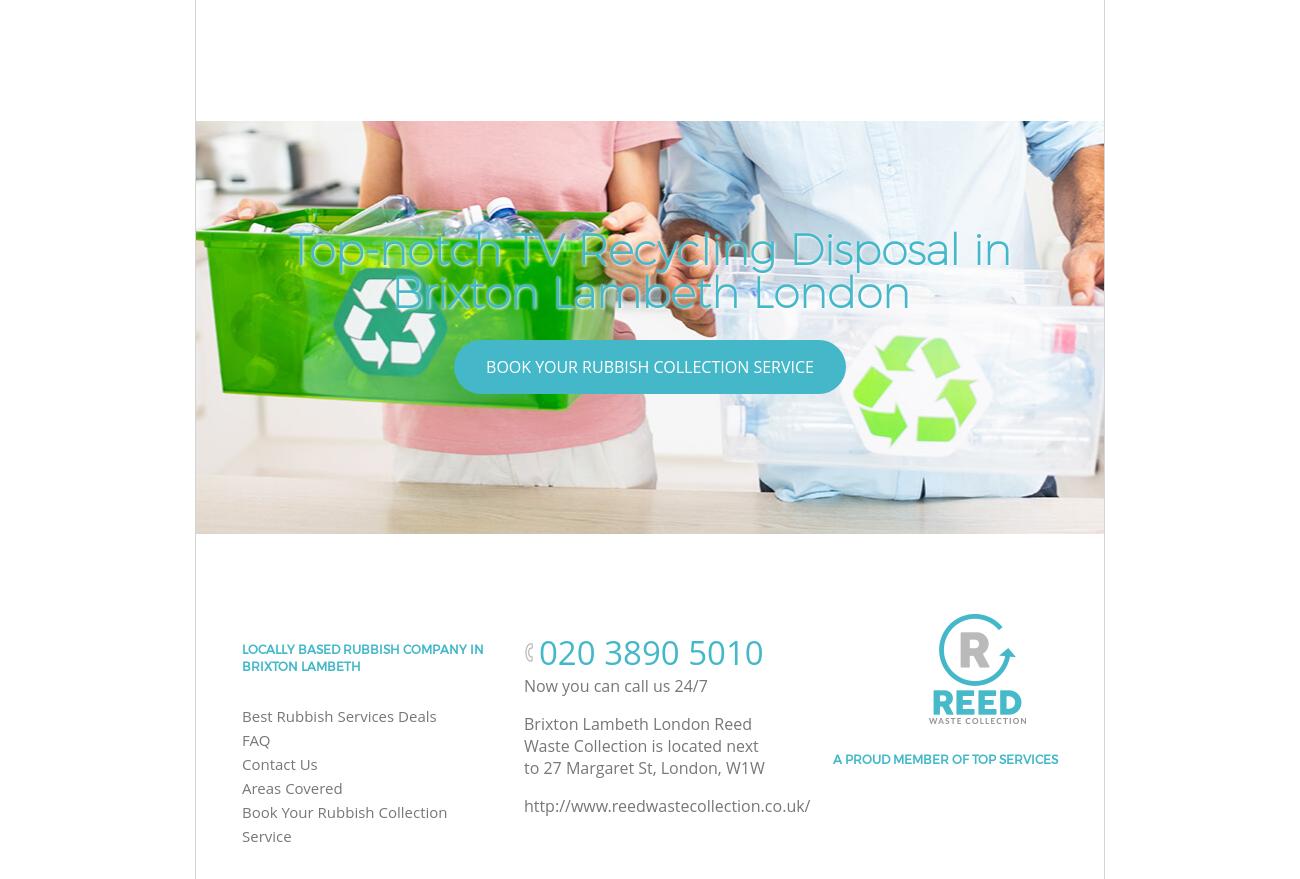 The image size is (1300, 879). I want to click on 'http://www.reedwastecollection.co.uk/', so click(665, 805).